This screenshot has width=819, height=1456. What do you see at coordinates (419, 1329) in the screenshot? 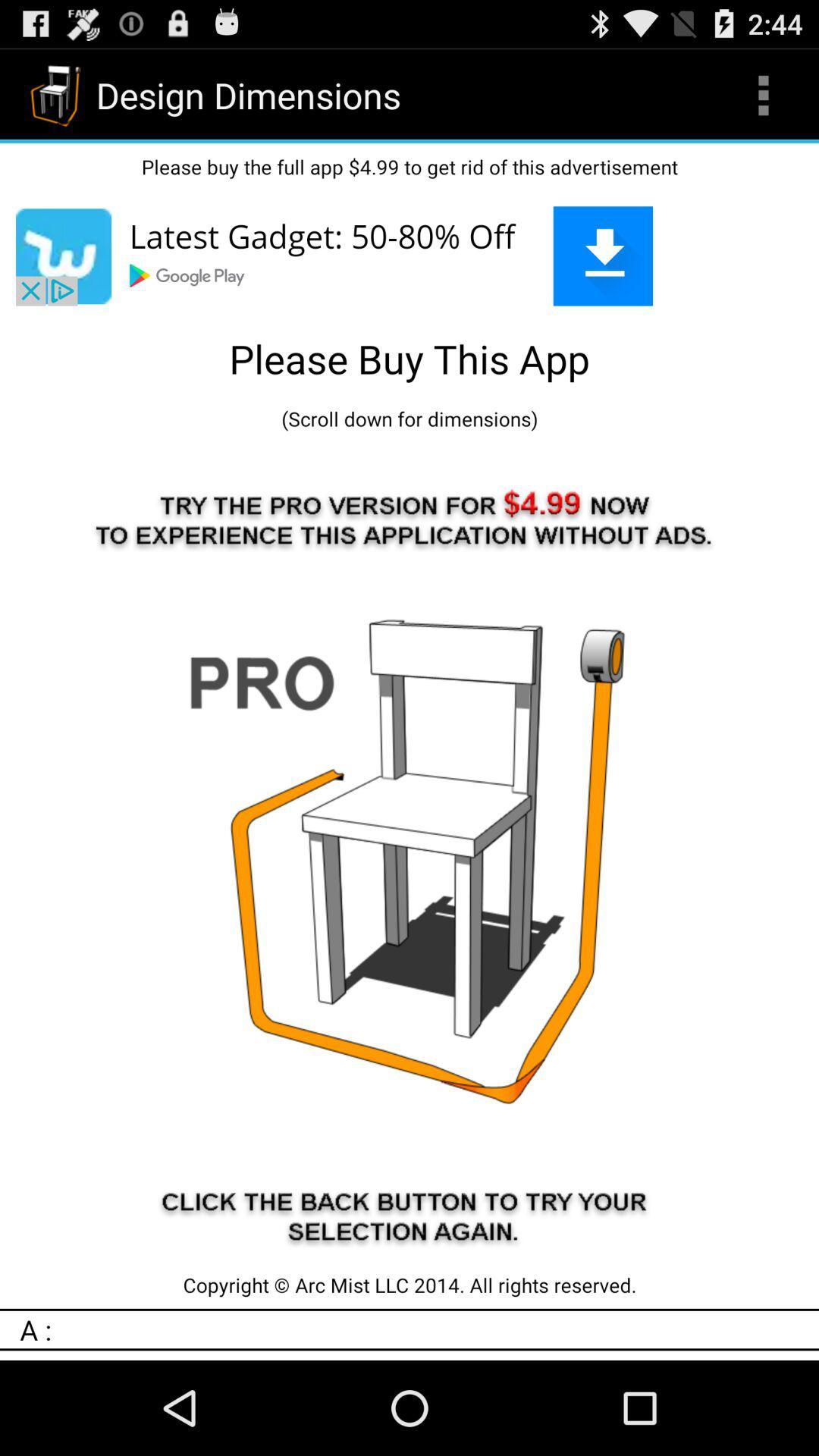
I see `icon below copyright arc mist` at bounding box center [419, 1329].